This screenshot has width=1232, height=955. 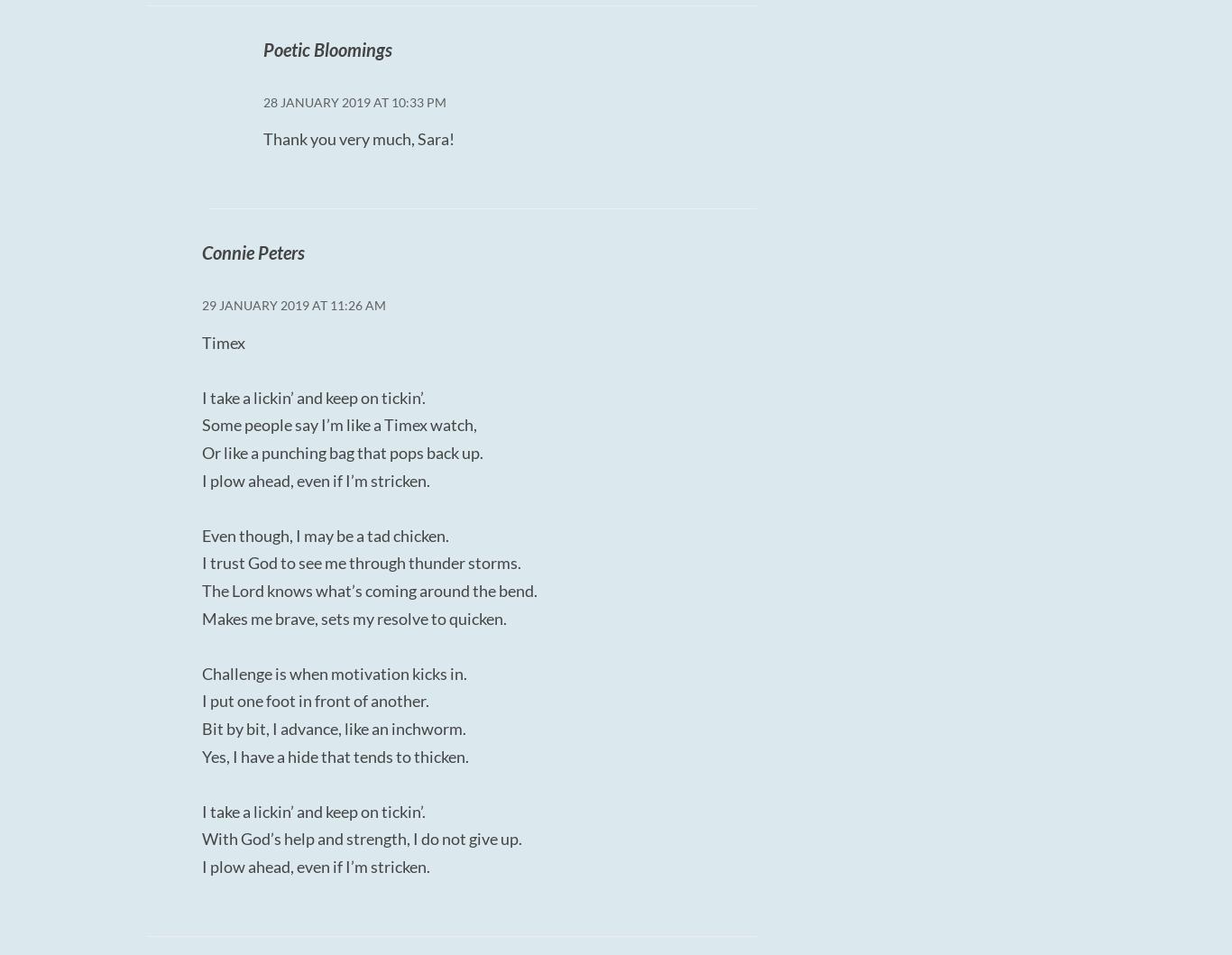 I want to click on 'I put one foot in front of another.', so click(x=314, y=699).